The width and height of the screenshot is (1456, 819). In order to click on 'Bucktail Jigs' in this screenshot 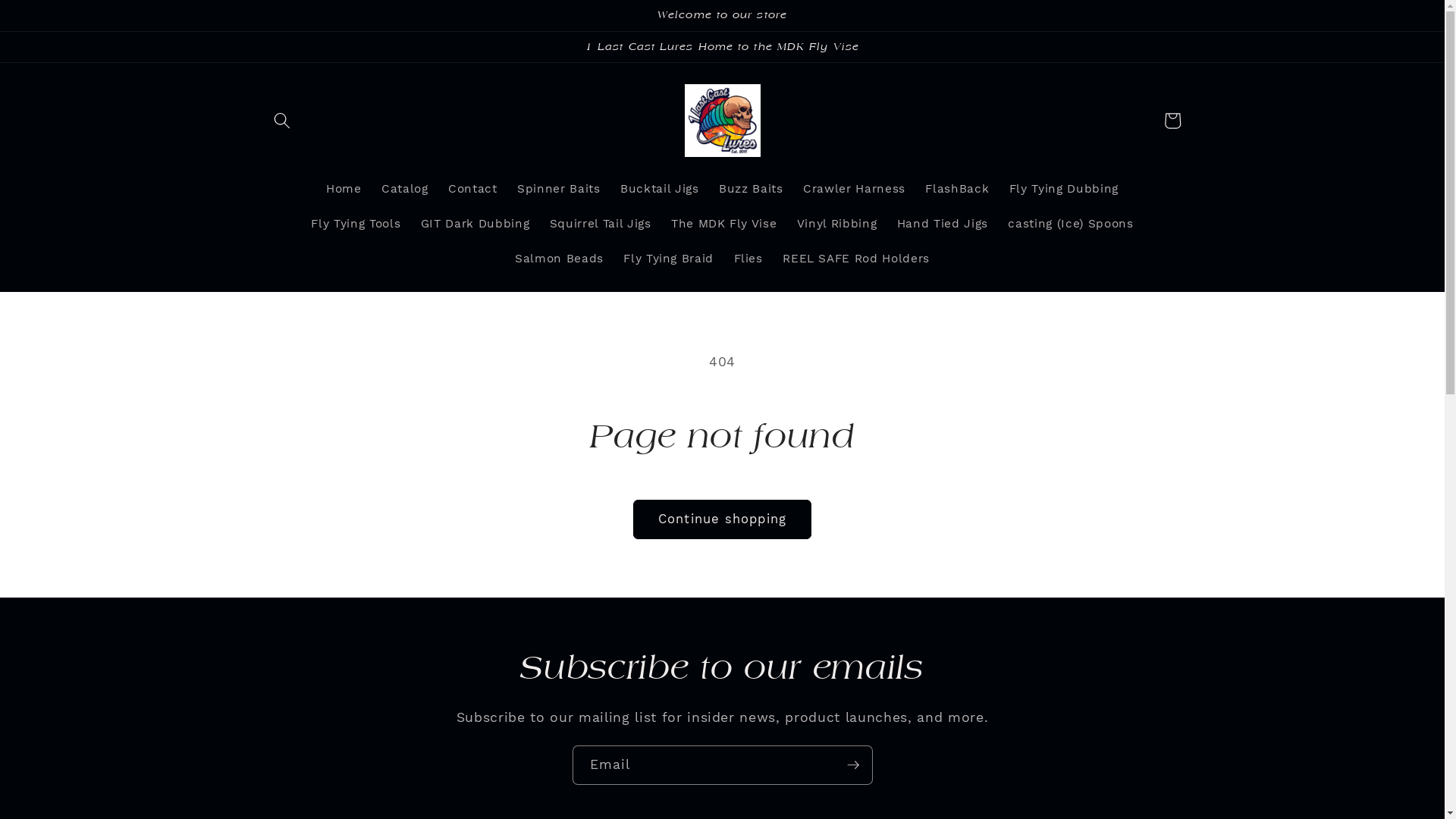, I will do `click(659, 189)`.